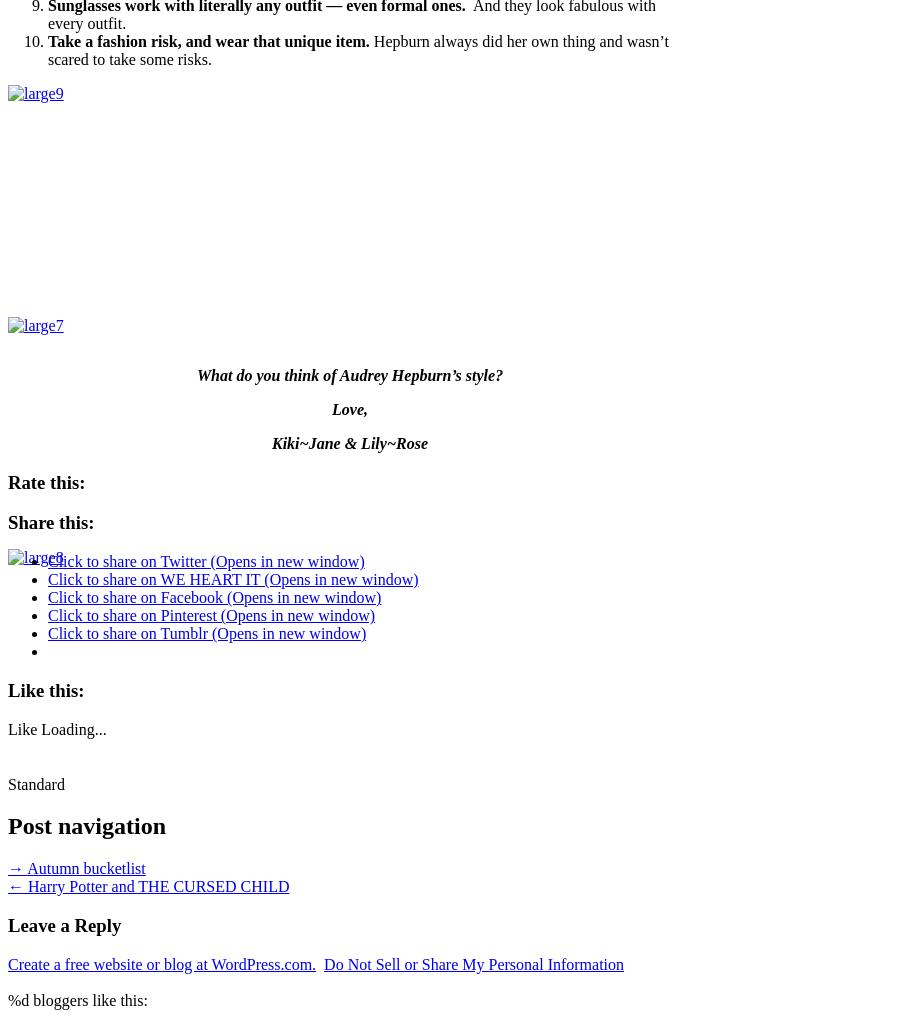 The height and width of the screenshot is (1024, 908). Describe the element at coordinates (21, 727) in the screenshot. I see `'Like'` at that location.